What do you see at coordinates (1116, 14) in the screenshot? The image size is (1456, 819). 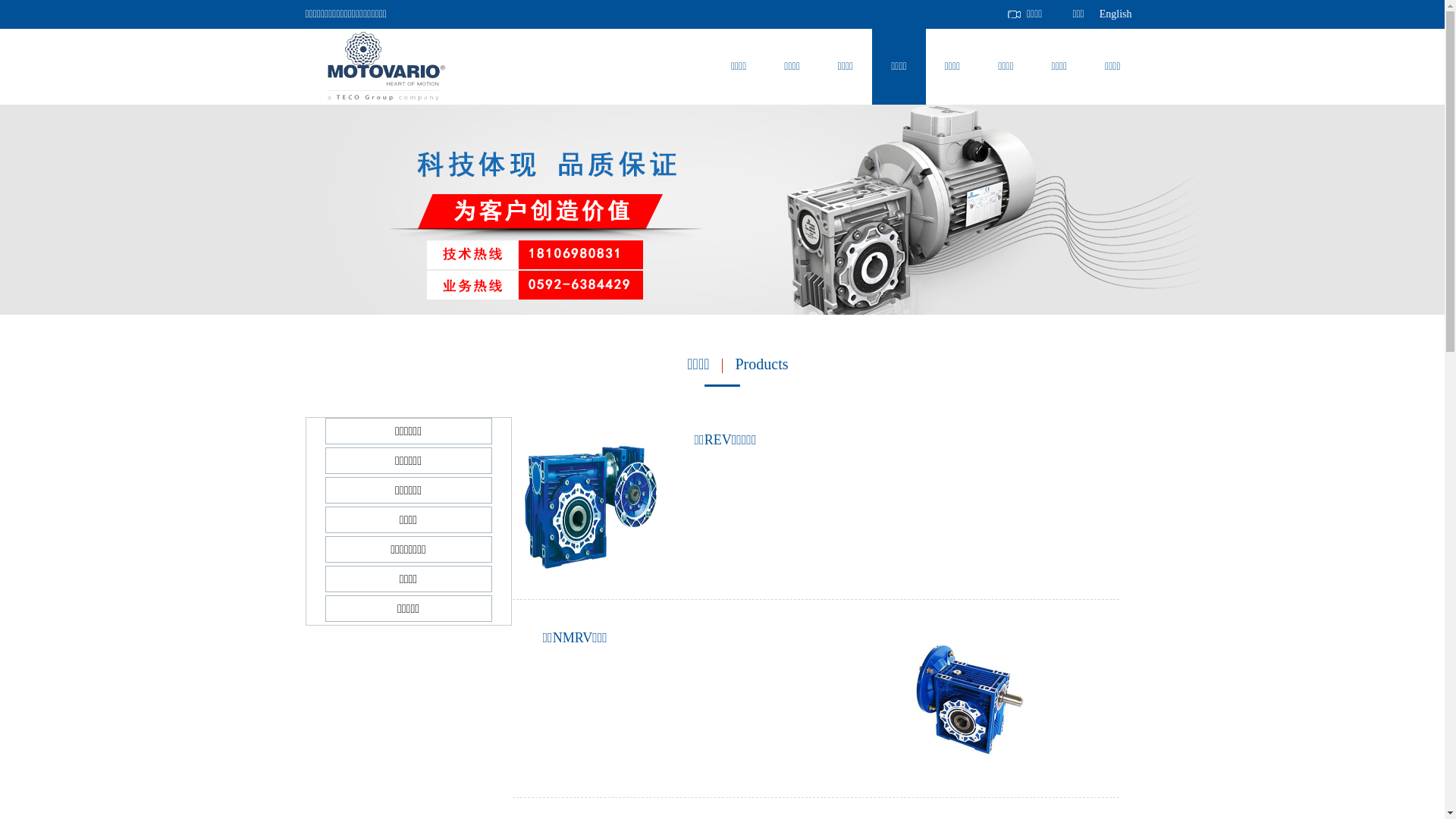 I see `'English'` at bounding box center [1116, 14].